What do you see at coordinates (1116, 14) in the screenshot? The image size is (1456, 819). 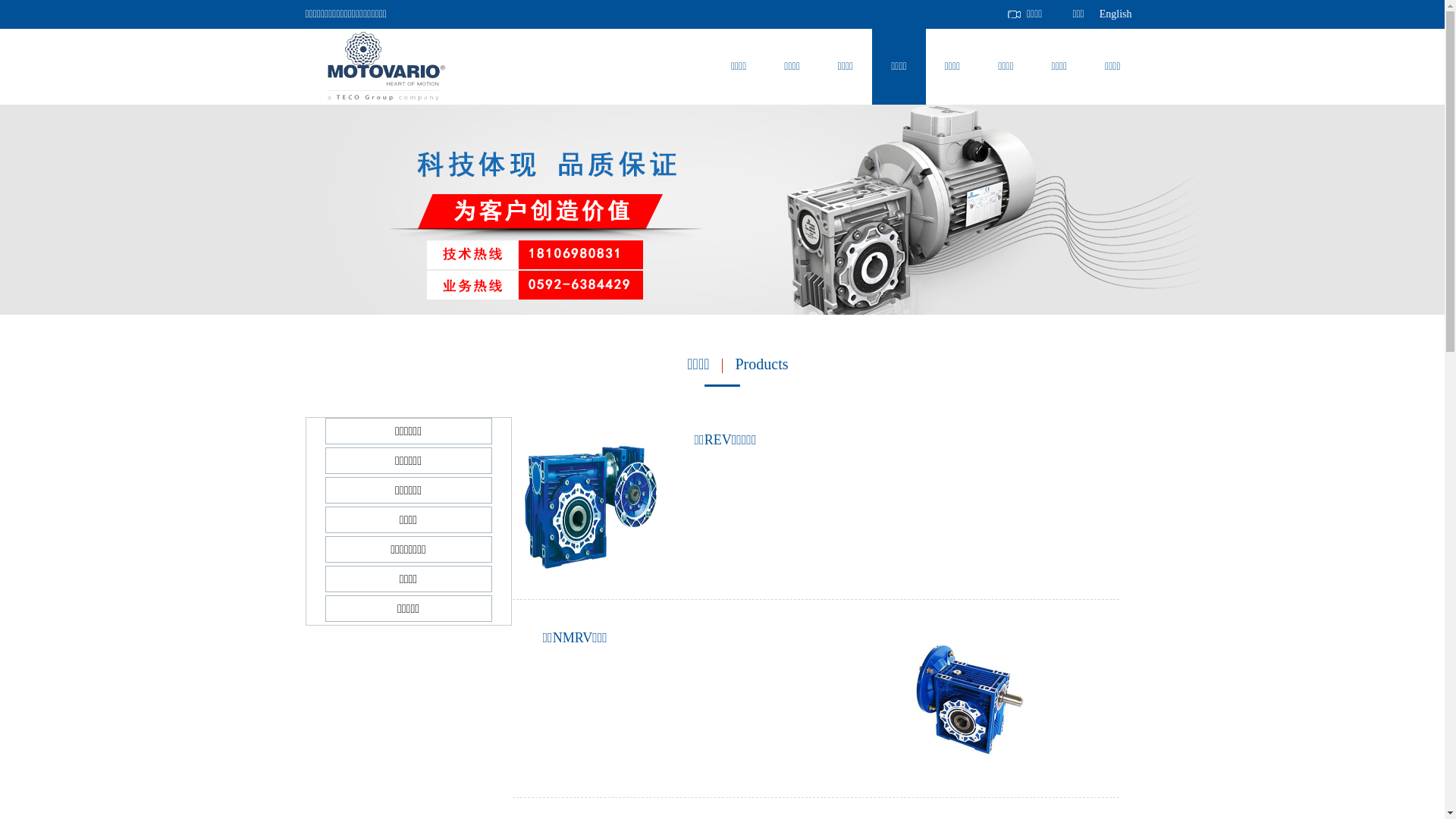 I see `'English'` at bounding box center [1116, 14].